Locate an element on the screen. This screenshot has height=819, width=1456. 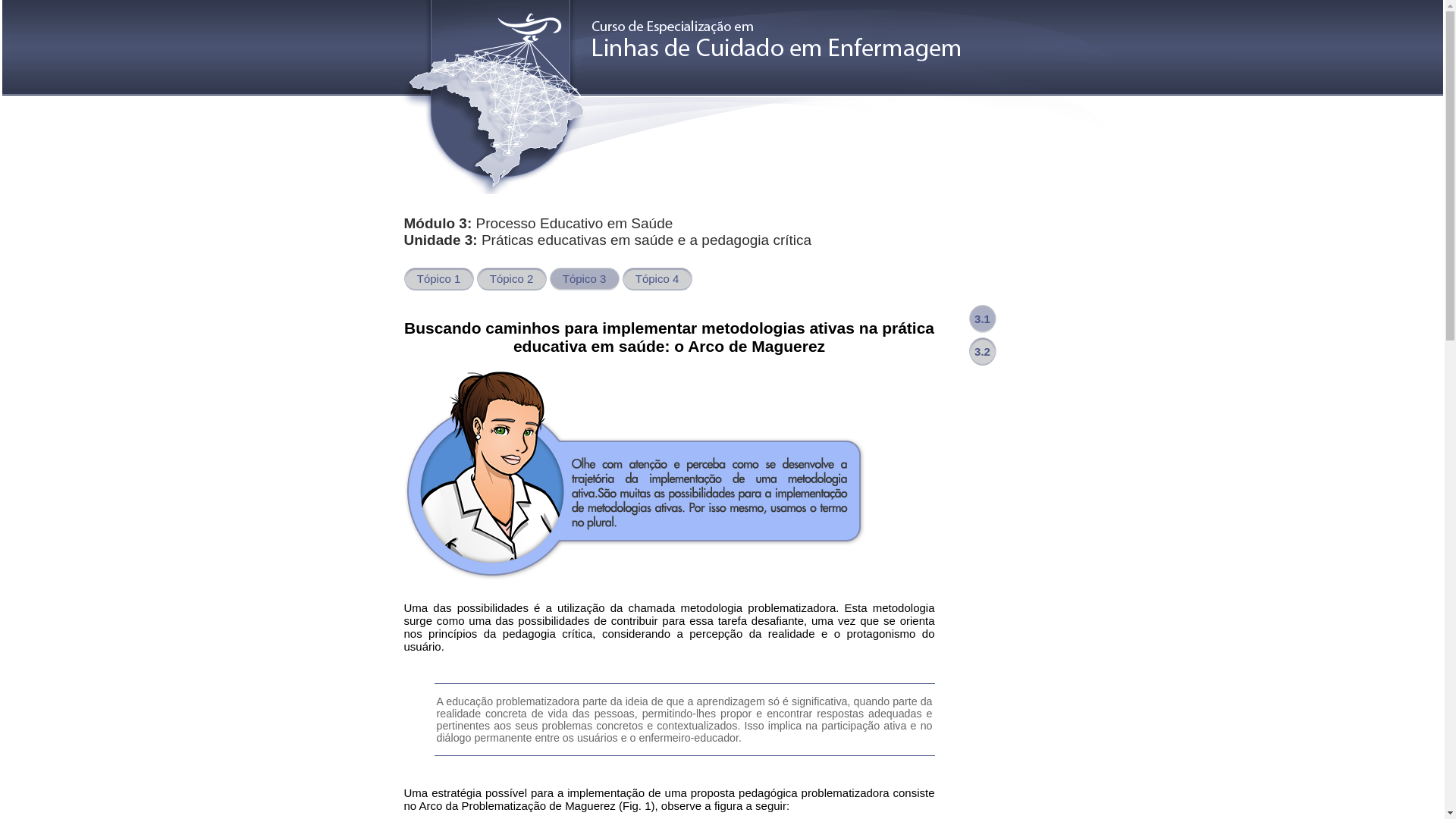
'3.2' is located at coordinates (968, 351).